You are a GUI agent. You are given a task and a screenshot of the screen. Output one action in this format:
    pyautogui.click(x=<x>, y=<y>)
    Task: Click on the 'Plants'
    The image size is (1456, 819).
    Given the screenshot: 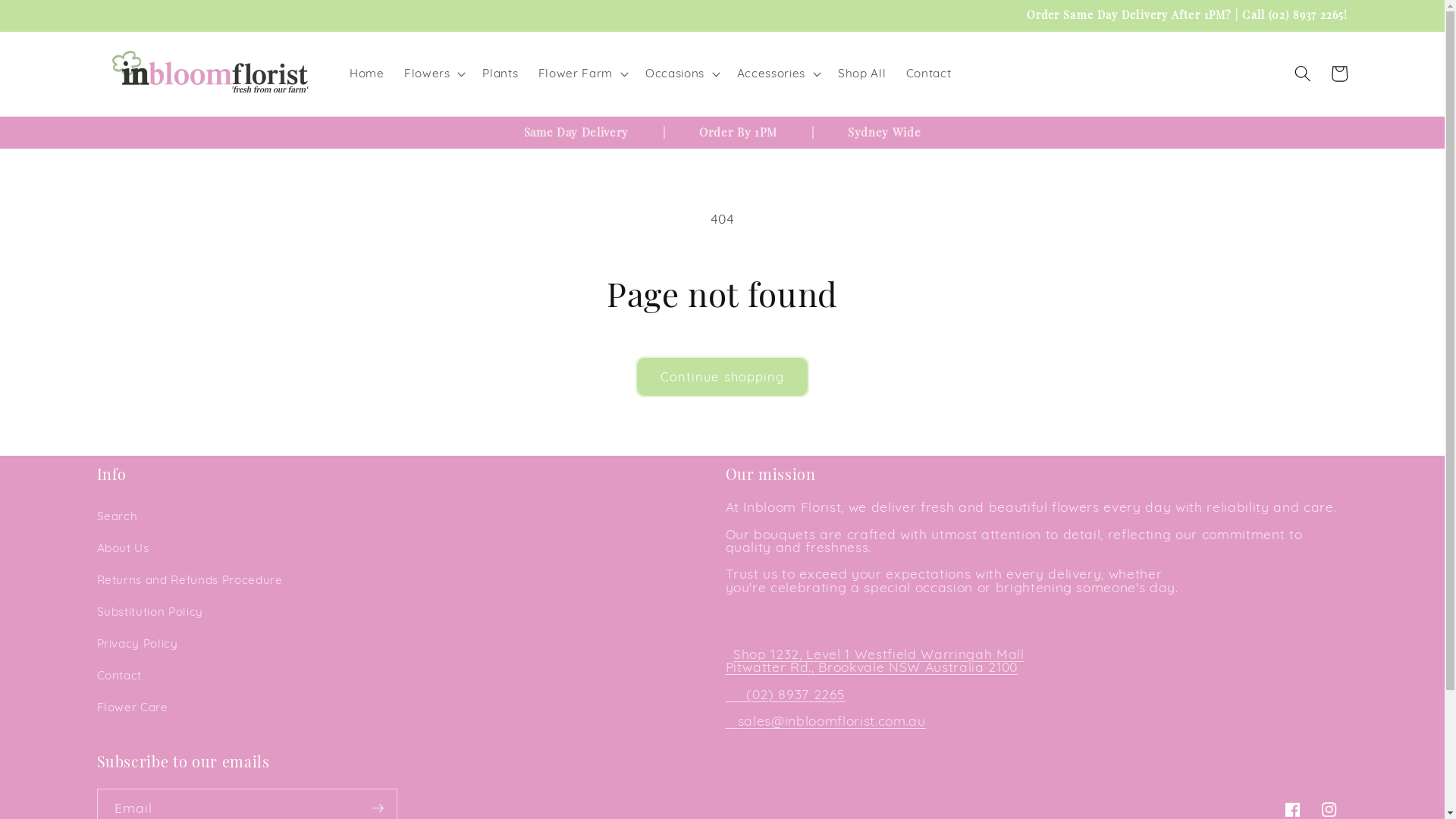 What is the action you would take?
    pyautogui.click(x=472, y=73)
    